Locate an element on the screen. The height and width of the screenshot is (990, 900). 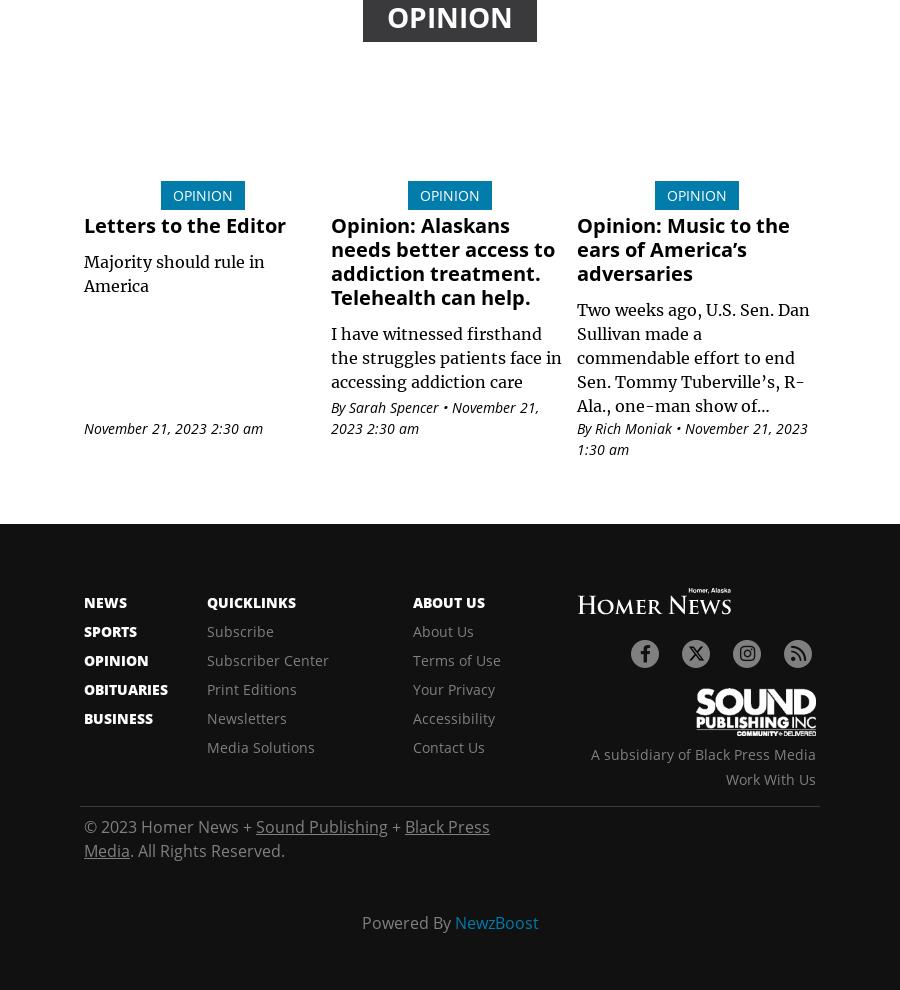
'I have witnessed firsthand the struggles patients face in accessing addiction care' is located at coordinates (445, 357).